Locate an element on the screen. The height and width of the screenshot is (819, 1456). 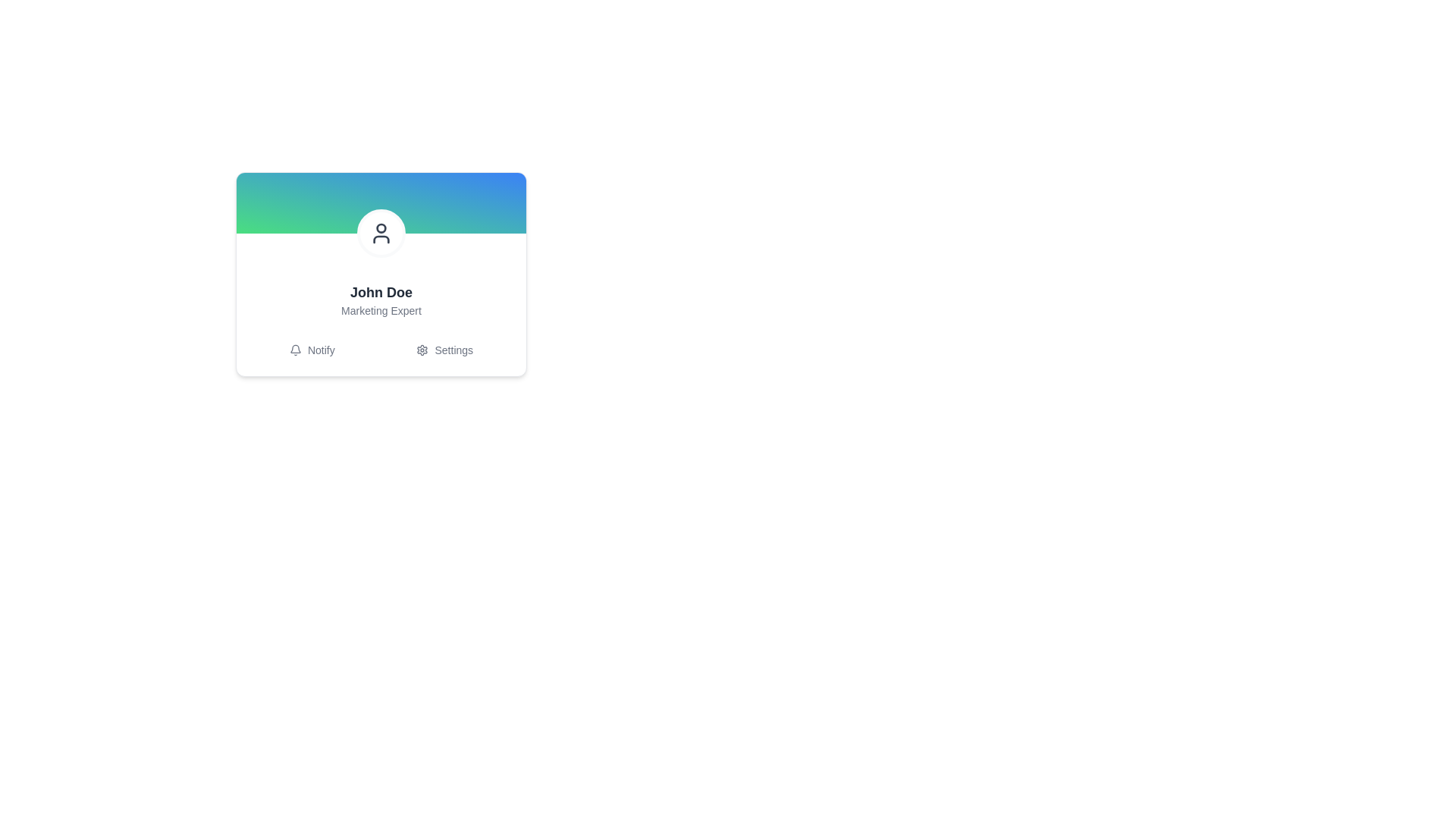
the notification toggle button located in the lower-left section of the user profile card, to the left of the 'Settings' button is located at coordinates (311, 350).